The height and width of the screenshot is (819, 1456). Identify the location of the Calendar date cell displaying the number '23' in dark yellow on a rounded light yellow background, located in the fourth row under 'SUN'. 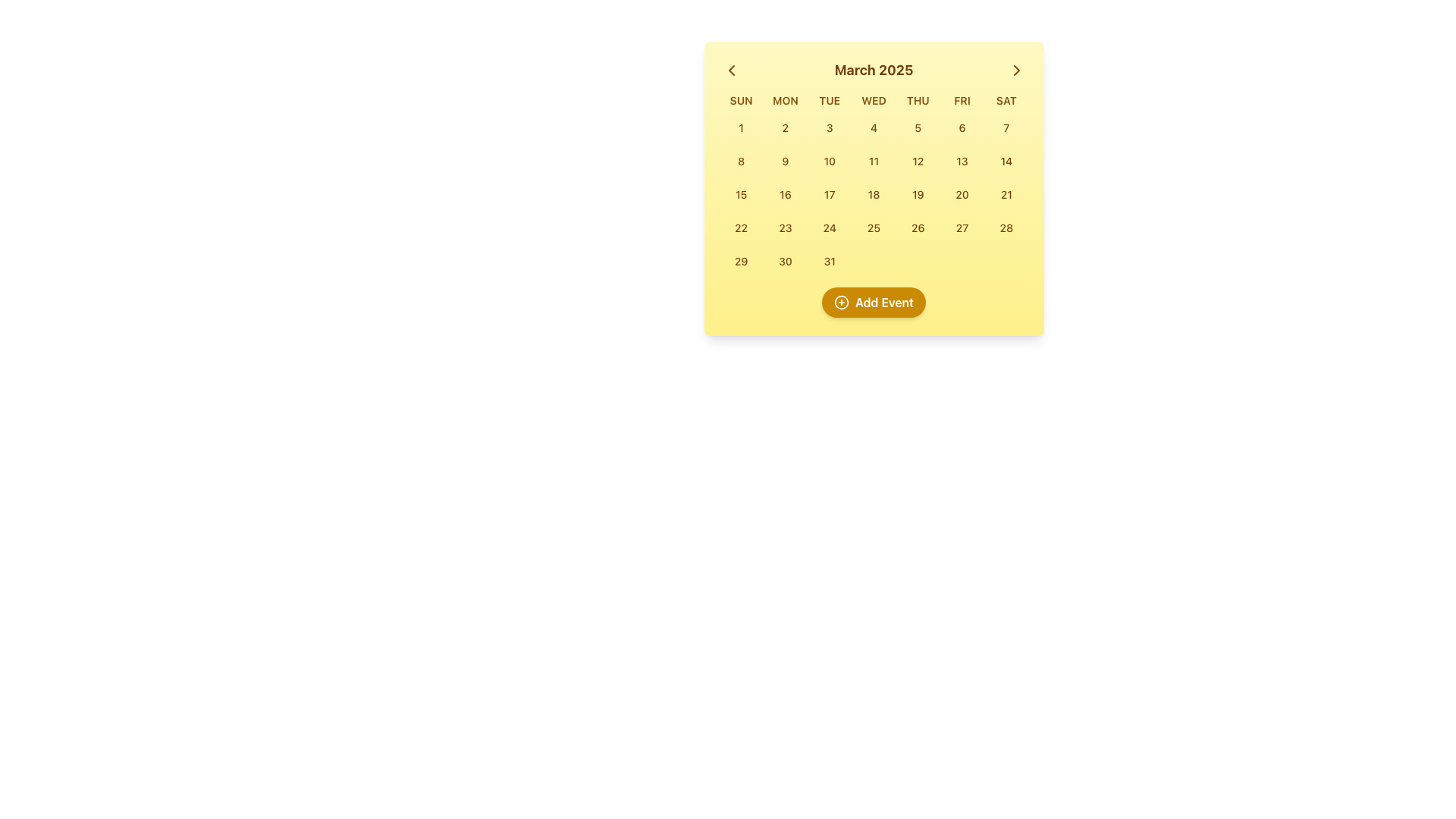
(785, 227).